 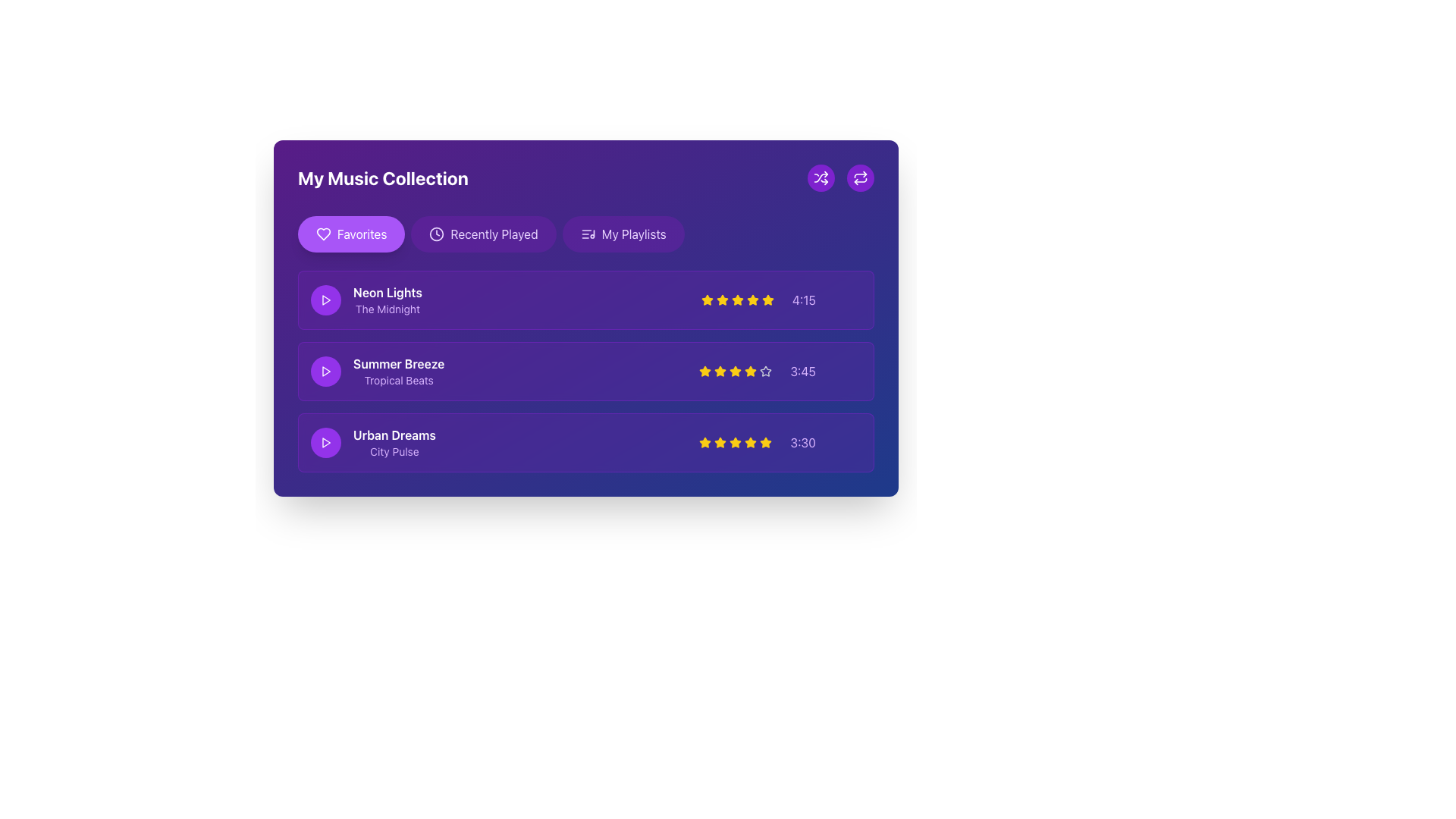 What do you see at coordinates (847, 300) in the screenshot?
I see `the interactive menu trigger button located to the far-right of the 'Neon Lights' song row` at bounding box center [847, 300].